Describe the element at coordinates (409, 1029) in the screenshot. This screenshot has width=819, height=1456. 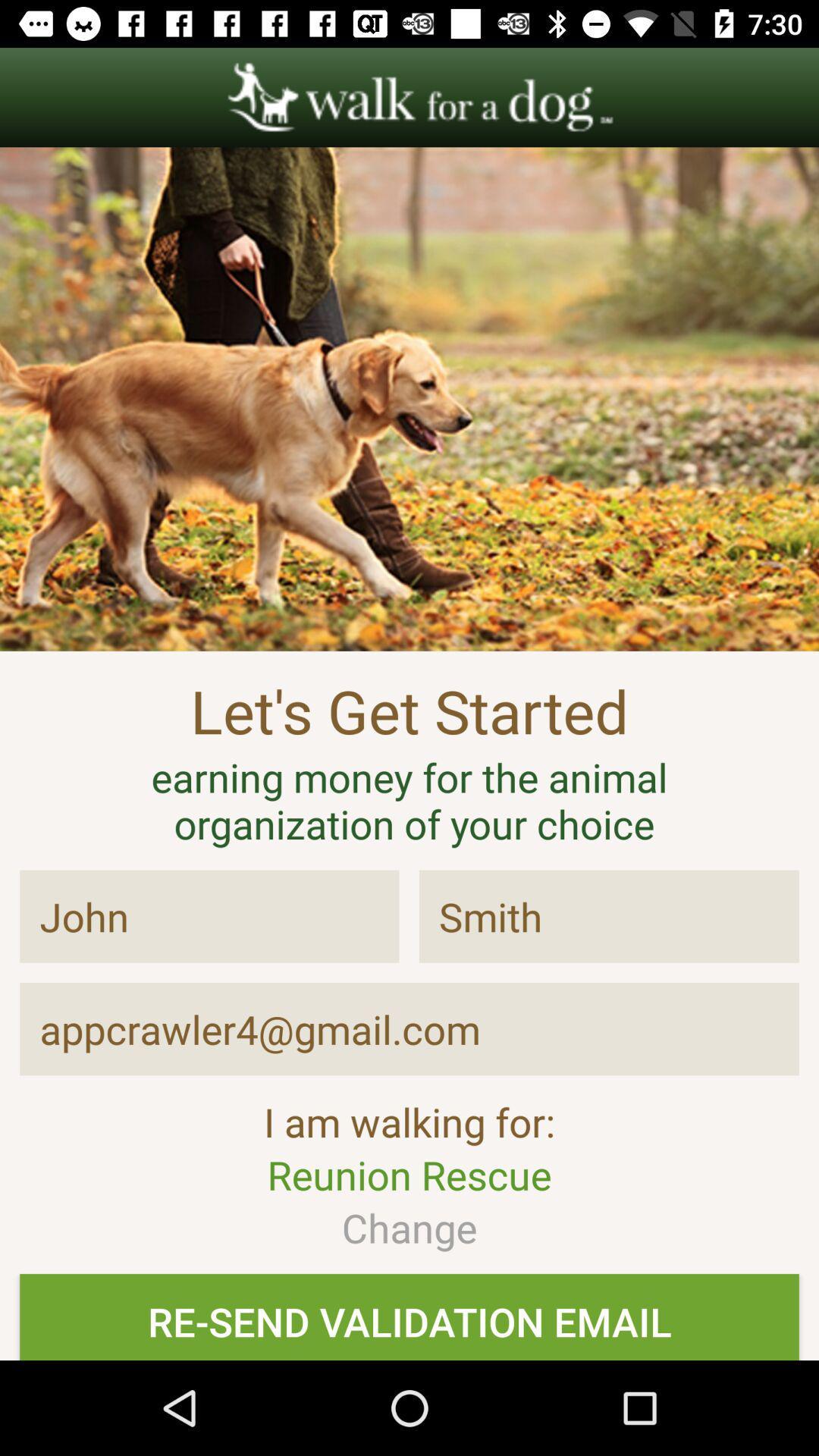
I see `appcrawler4gmailcom` at that location.